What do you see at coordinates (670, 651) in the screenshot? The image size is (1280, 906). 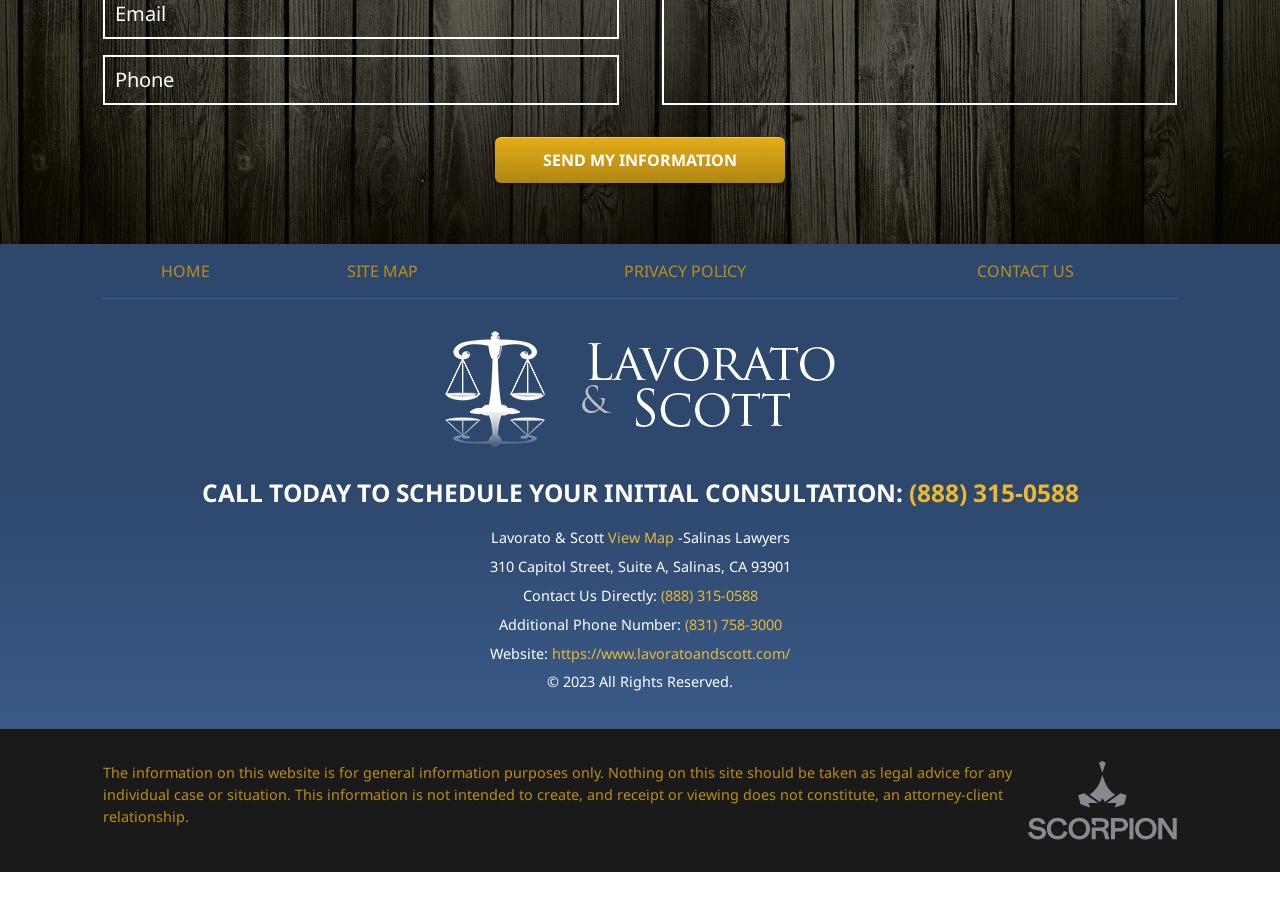 I see `'https://www.lavoratoandscott.com/'` at bounding box center [670, 651].